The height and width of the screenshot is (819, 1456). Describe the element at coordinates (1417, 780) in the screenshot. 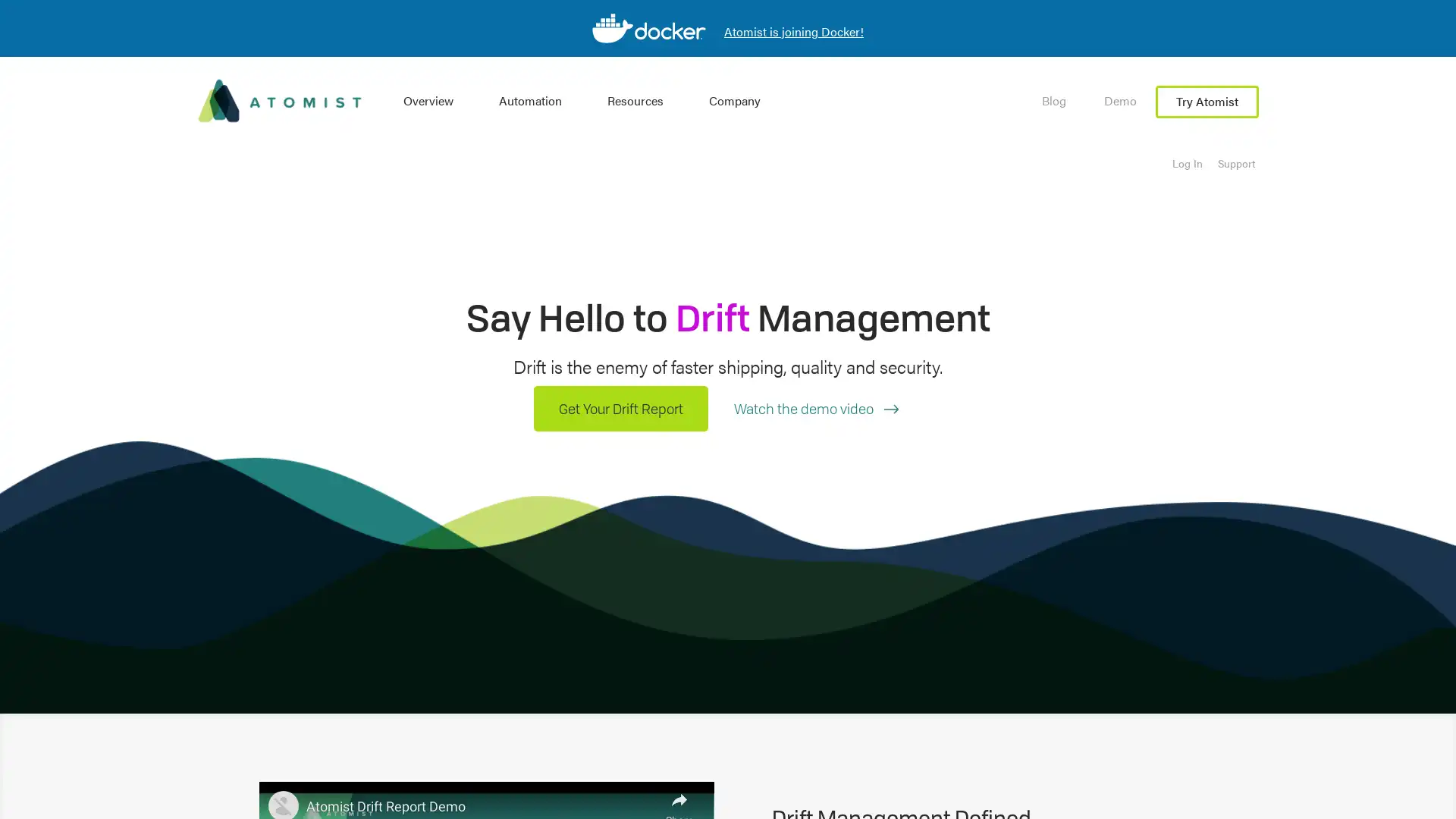

I see `Open Intercom Messenger` at that location.